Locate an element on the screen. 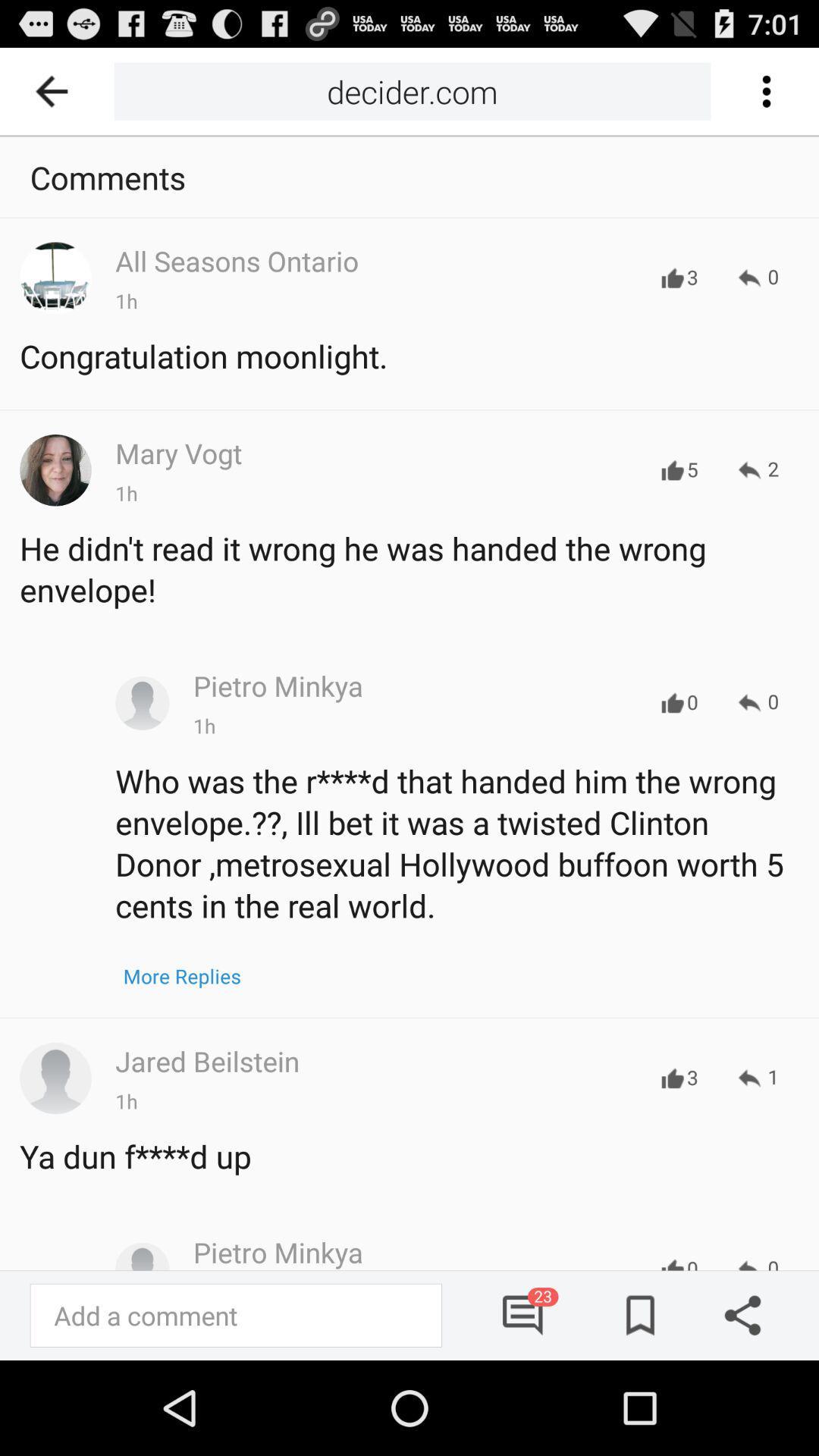 The height and width of the screenshot is (1456, 819). shareing icone is located at coordinates (736, 1314).